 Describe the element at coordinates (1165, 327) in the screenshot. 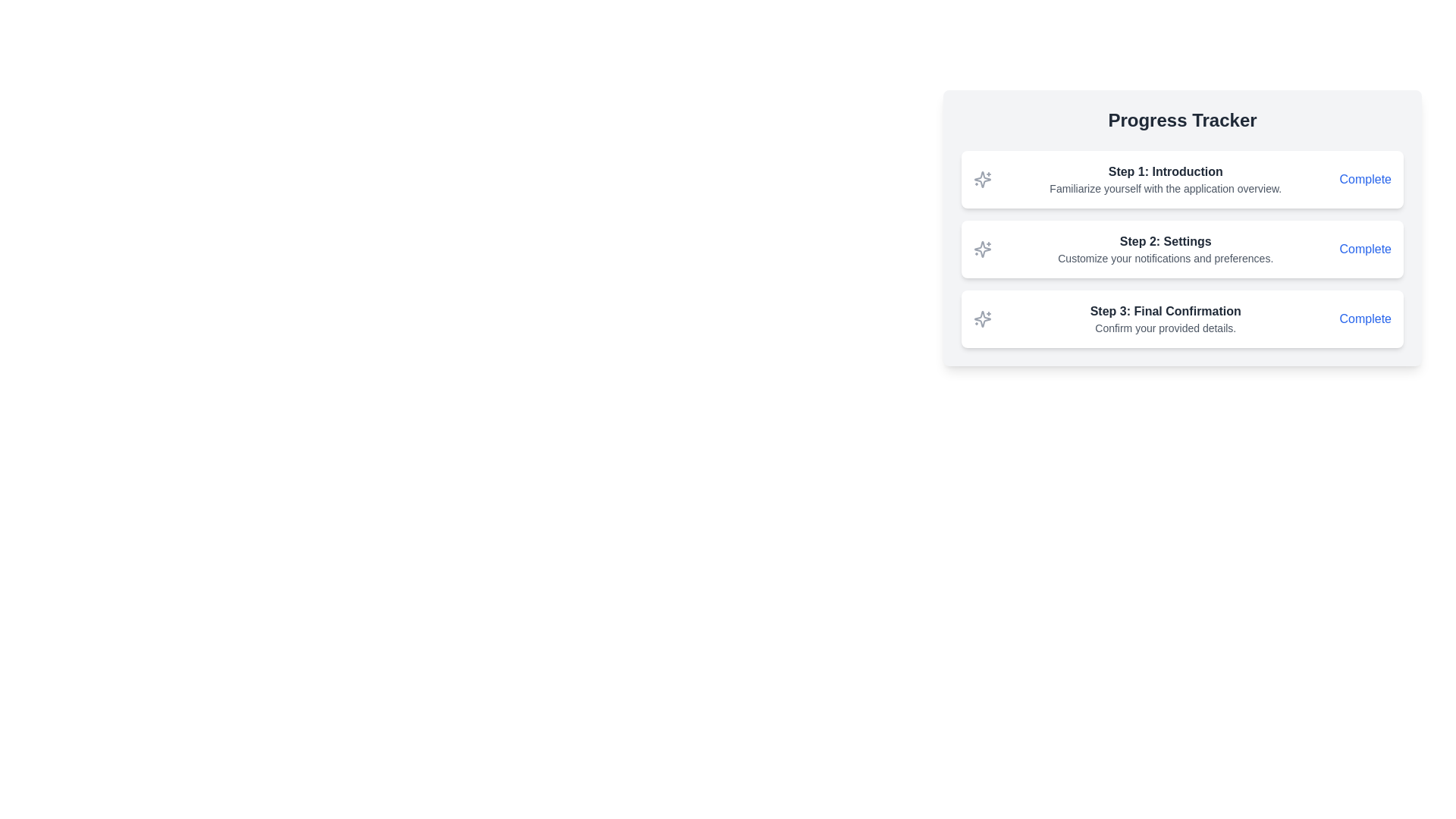

I see `text content of the label located directly underneath the bold title 'Step 3: Final Confirmation' in the 'Progress Tracker' interface` at that location.